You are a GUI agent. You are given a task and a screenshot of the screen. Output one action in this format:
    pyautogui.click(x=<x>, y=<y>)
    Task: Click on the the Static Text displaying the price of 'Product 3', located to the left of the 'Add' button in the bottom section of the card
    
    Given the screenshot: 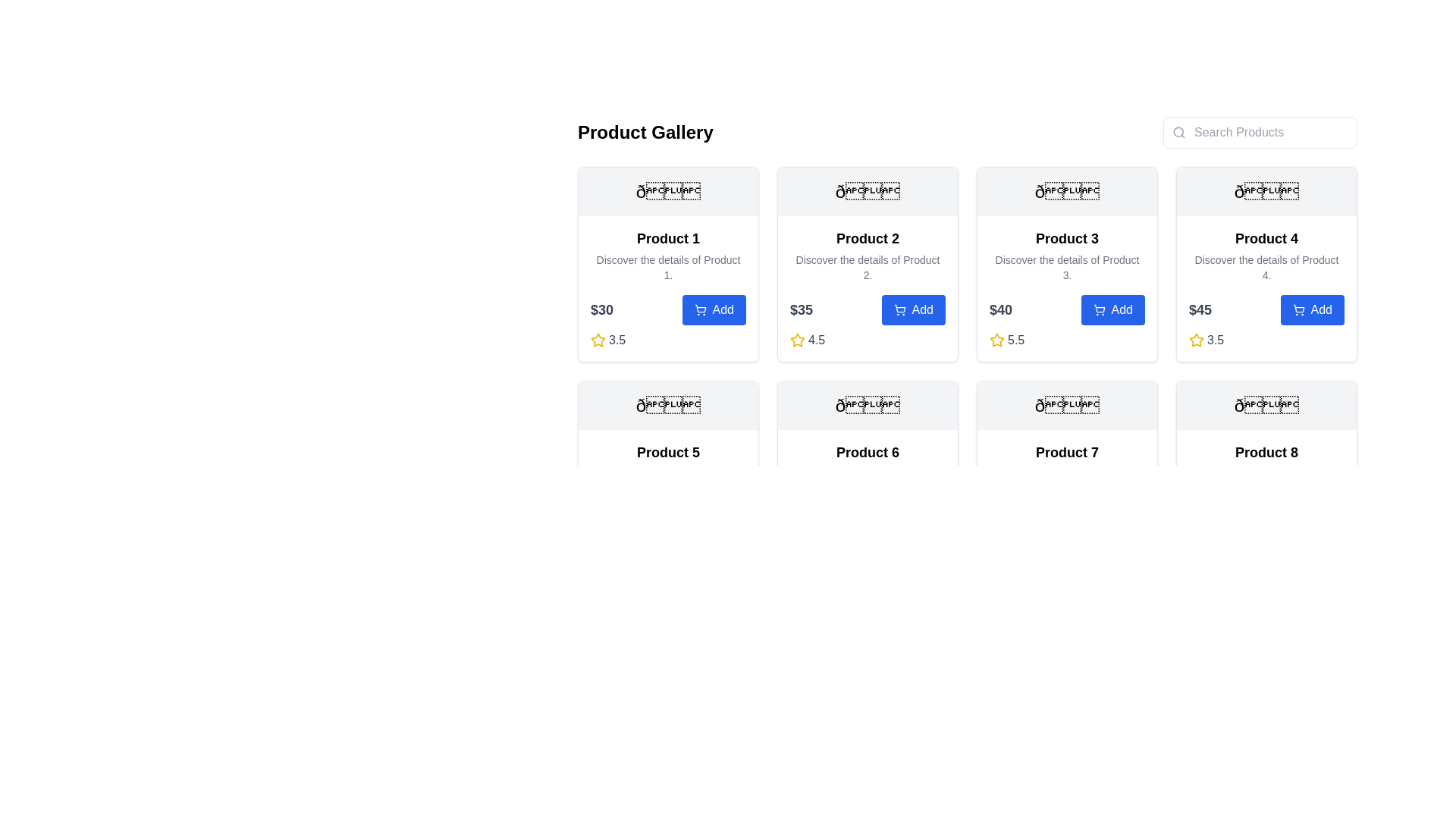 What is the action you would take?
    pyautogui.click(x=1001, y=309)
    